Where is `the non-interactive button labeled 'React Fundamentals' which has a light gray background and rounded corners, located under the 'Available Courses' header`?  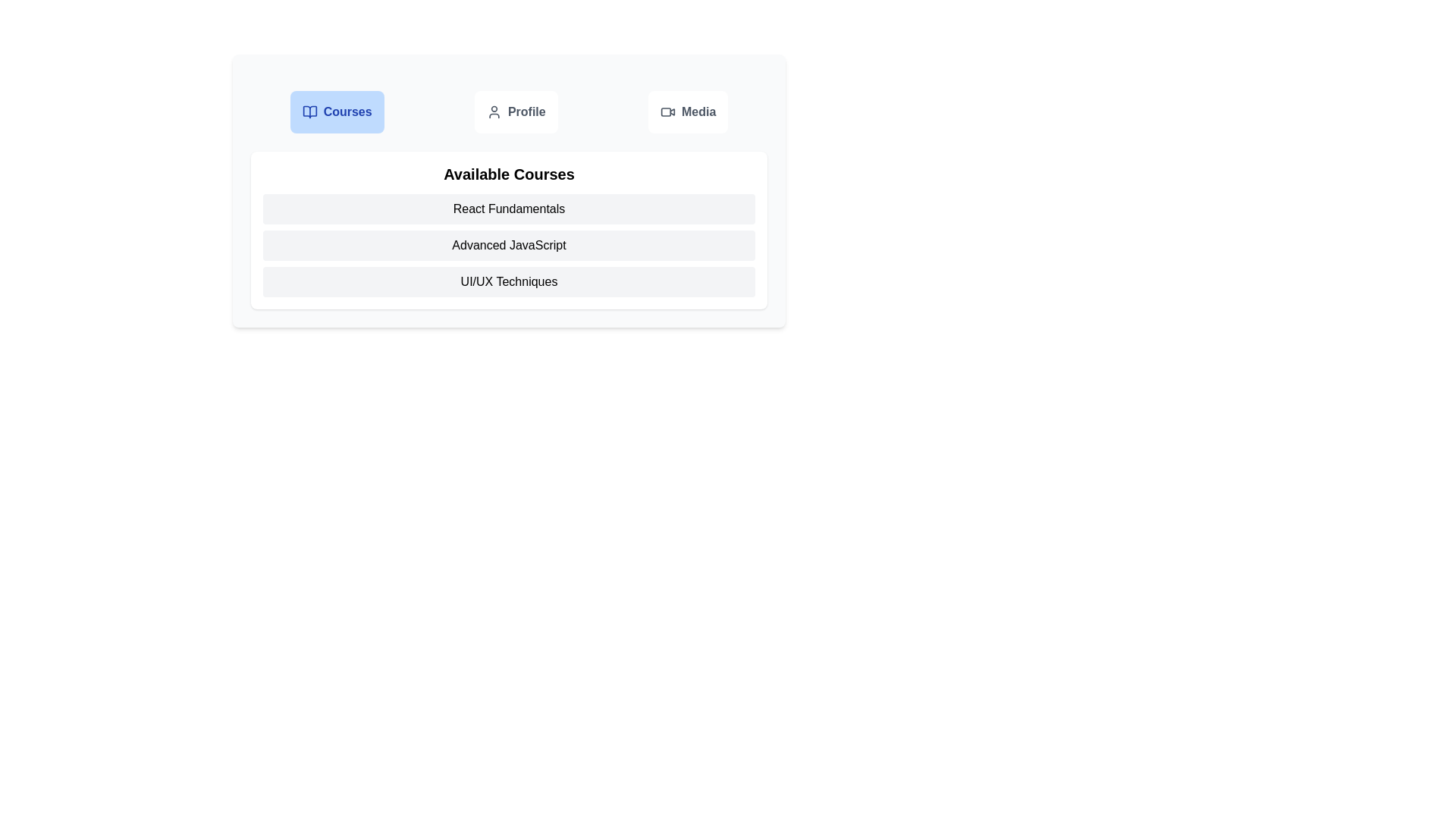 the non-interactive button labeled 'React Fundamentals' which has a light gray background and rounded corners, located under the 'Available Courses' header is located at coordinates (509, 209).